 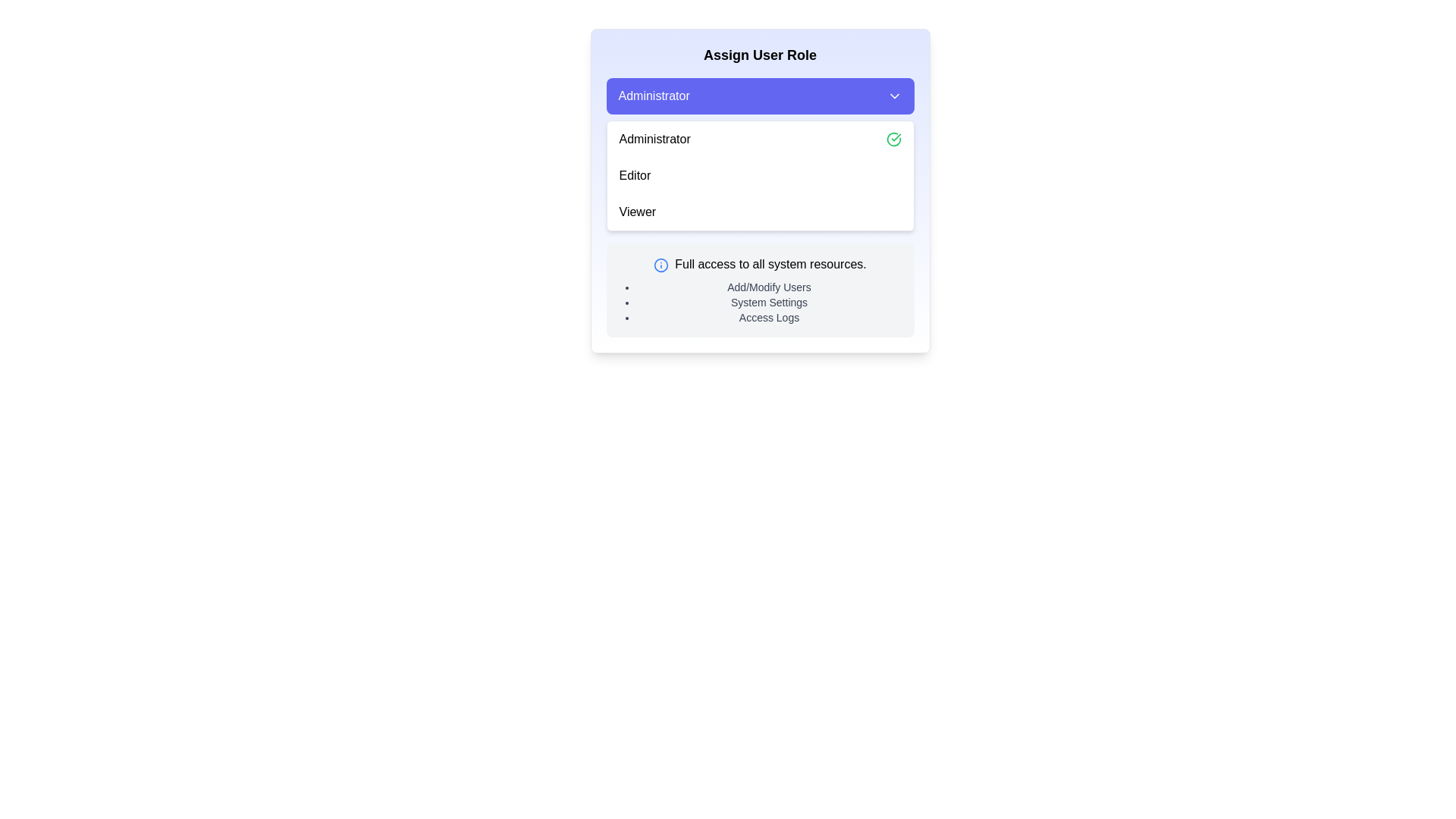 I want to click on the Text label indicating an operation or action related to modifying user settings, which is the first item in the bulleted list under the 'Assign User Role' panel, so click(x=769, y=287).